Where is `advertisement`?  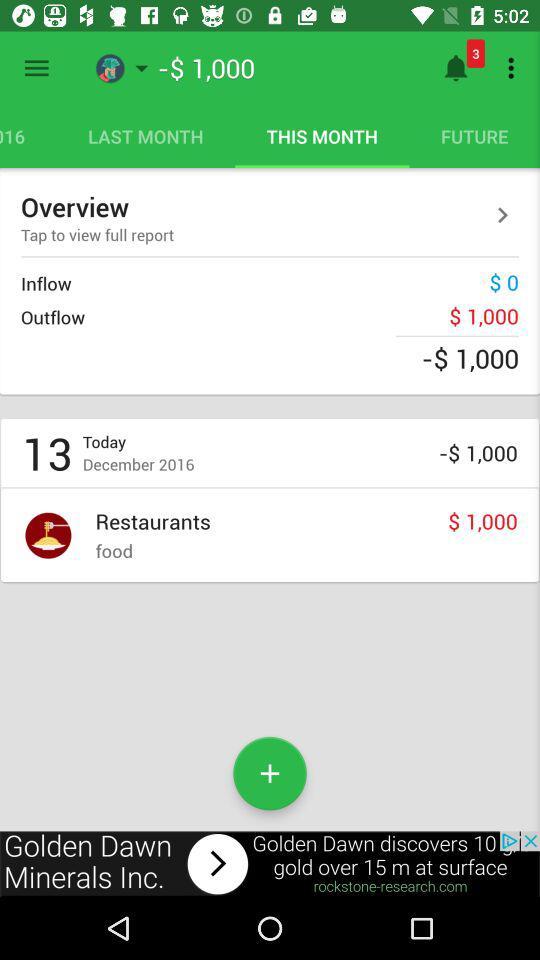 advertisement is located at coordinates (270, 863).